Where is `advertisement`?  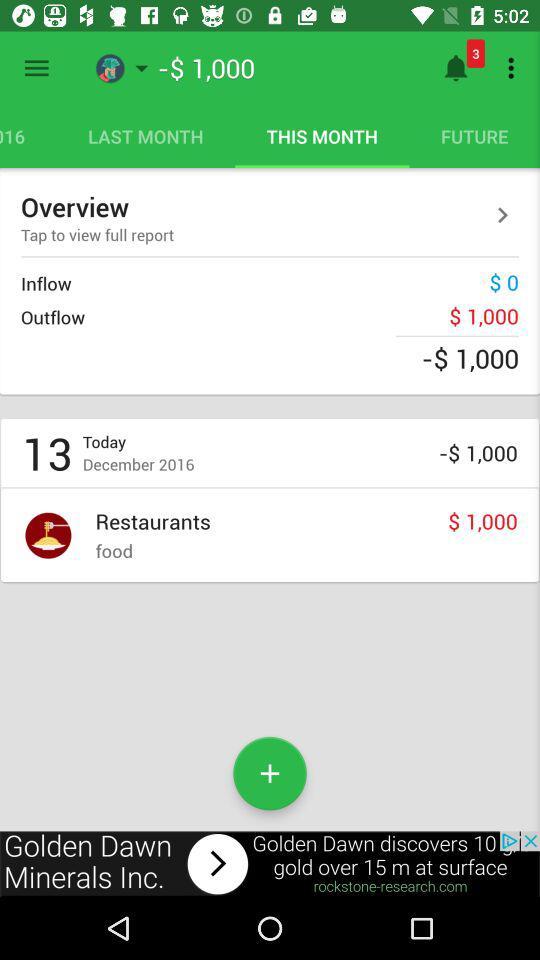 advertisement is located at coordinates (270, 863).